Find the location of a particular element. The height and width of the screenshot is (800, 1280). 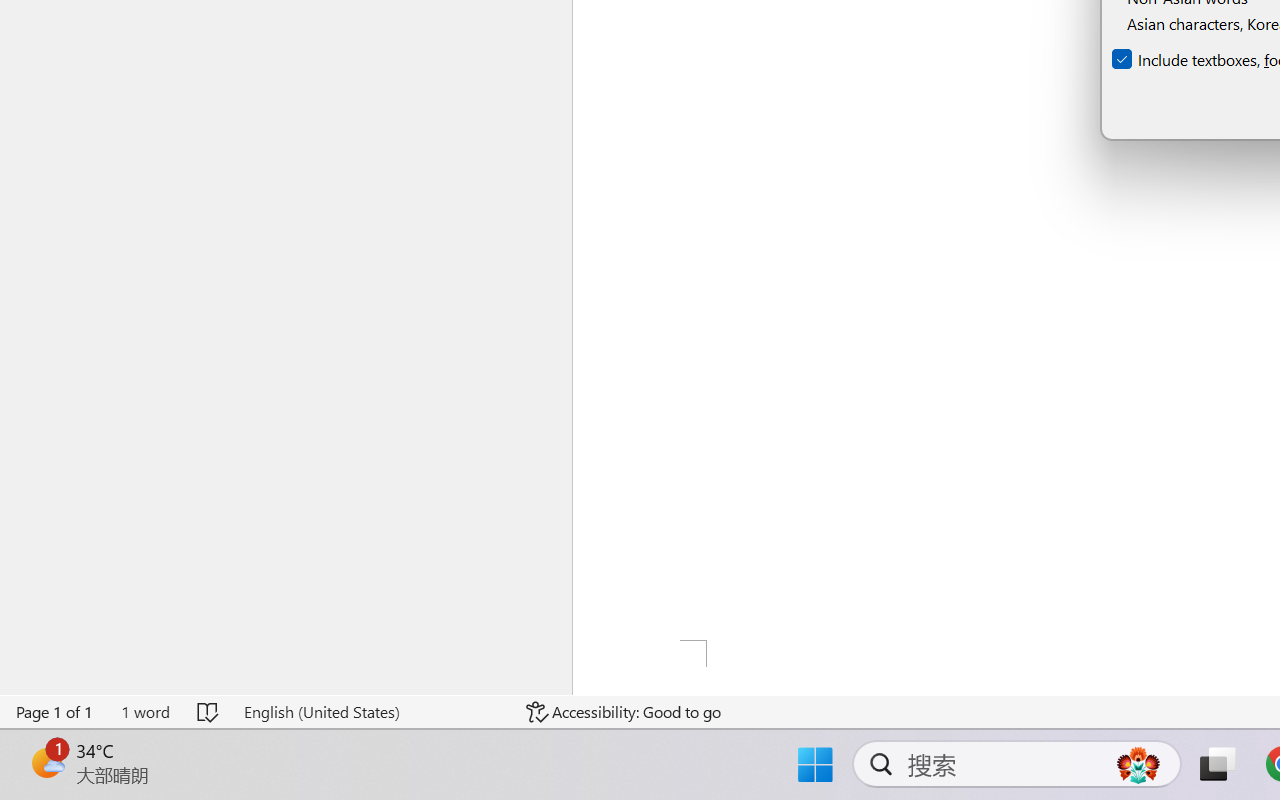

'AutomationID: BadgeAnchorLargeTicker' is located at coordinates (46, 762).